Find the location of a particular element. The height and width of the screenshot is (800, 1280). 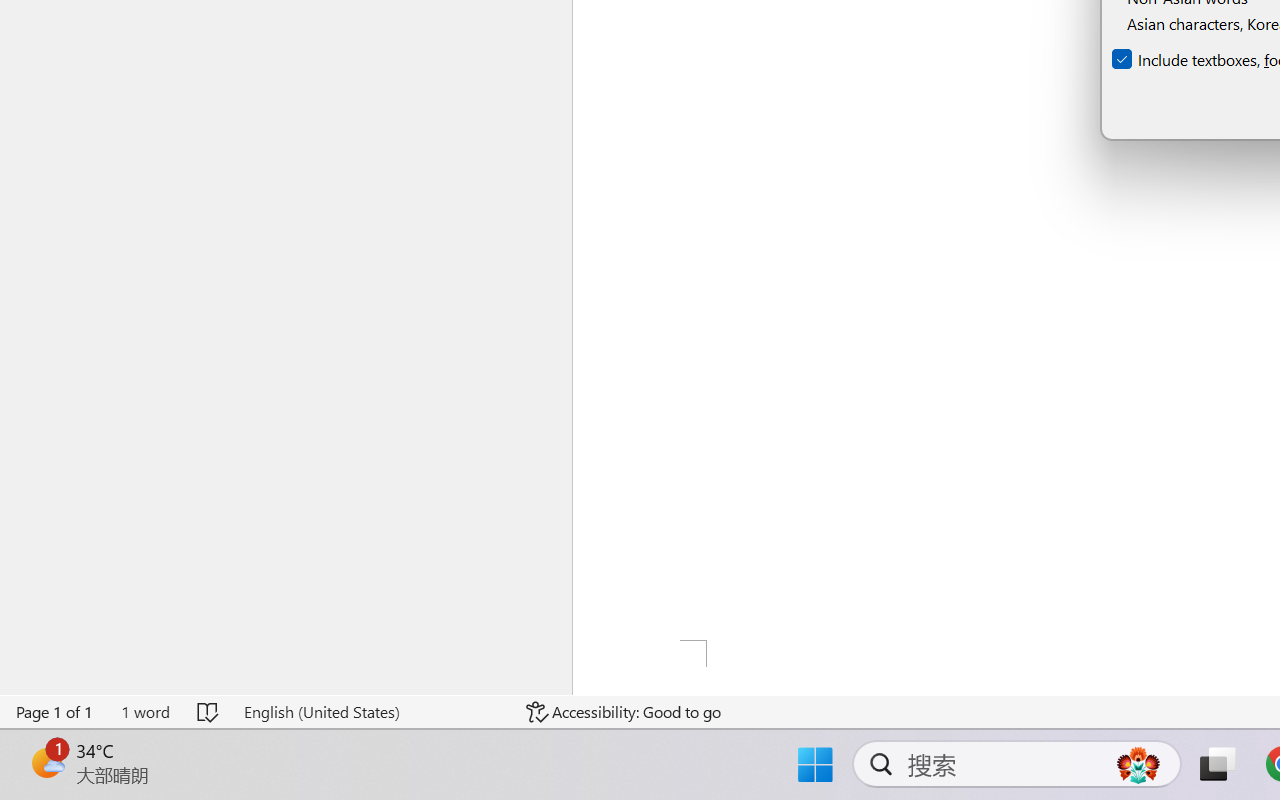

'AutomationID: BadgeAnchorLargeTicker' is located at coordinates (46, 762).